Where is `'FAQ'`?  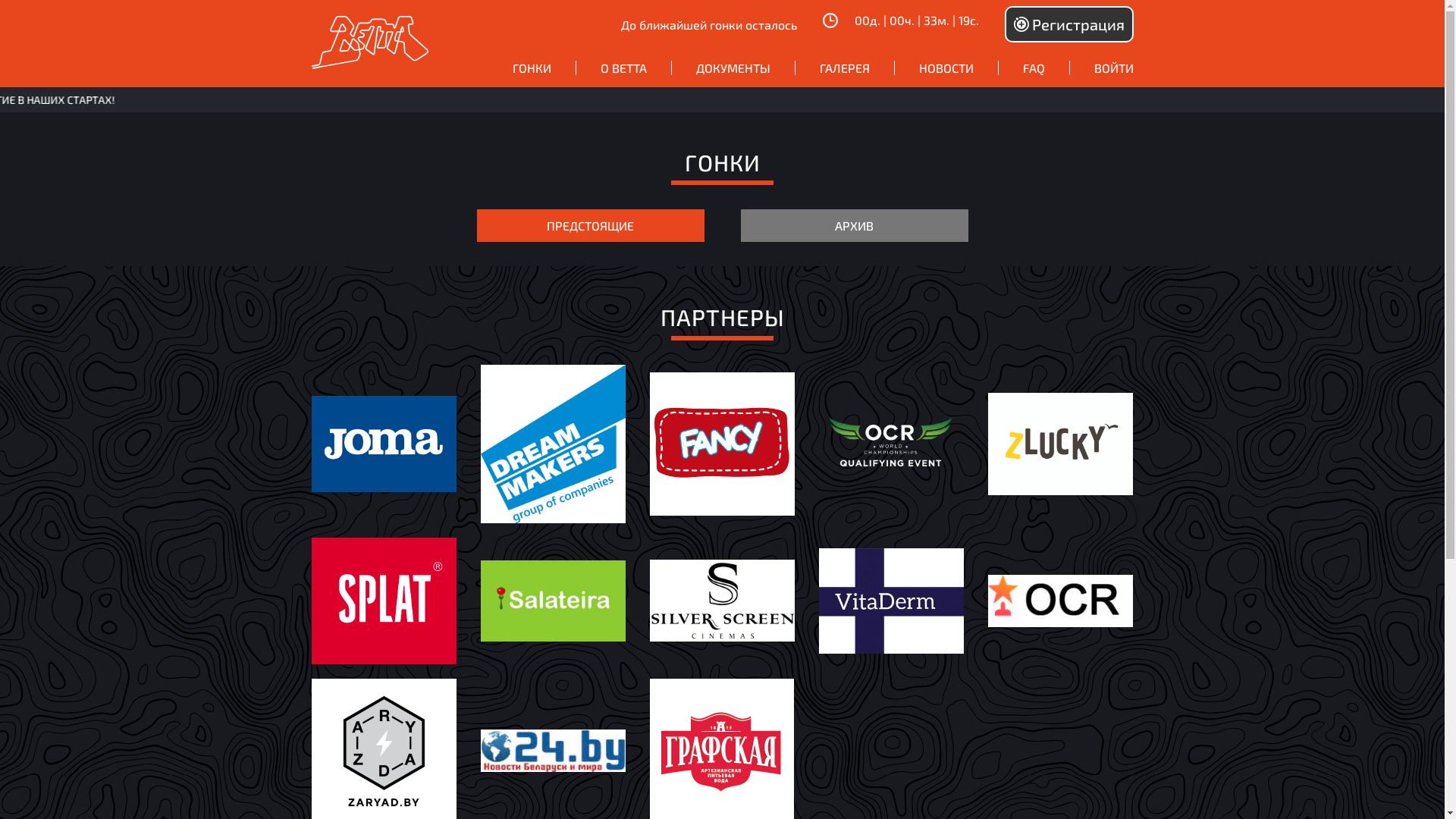
'FAQ' is located at coordinates (1032, 67).